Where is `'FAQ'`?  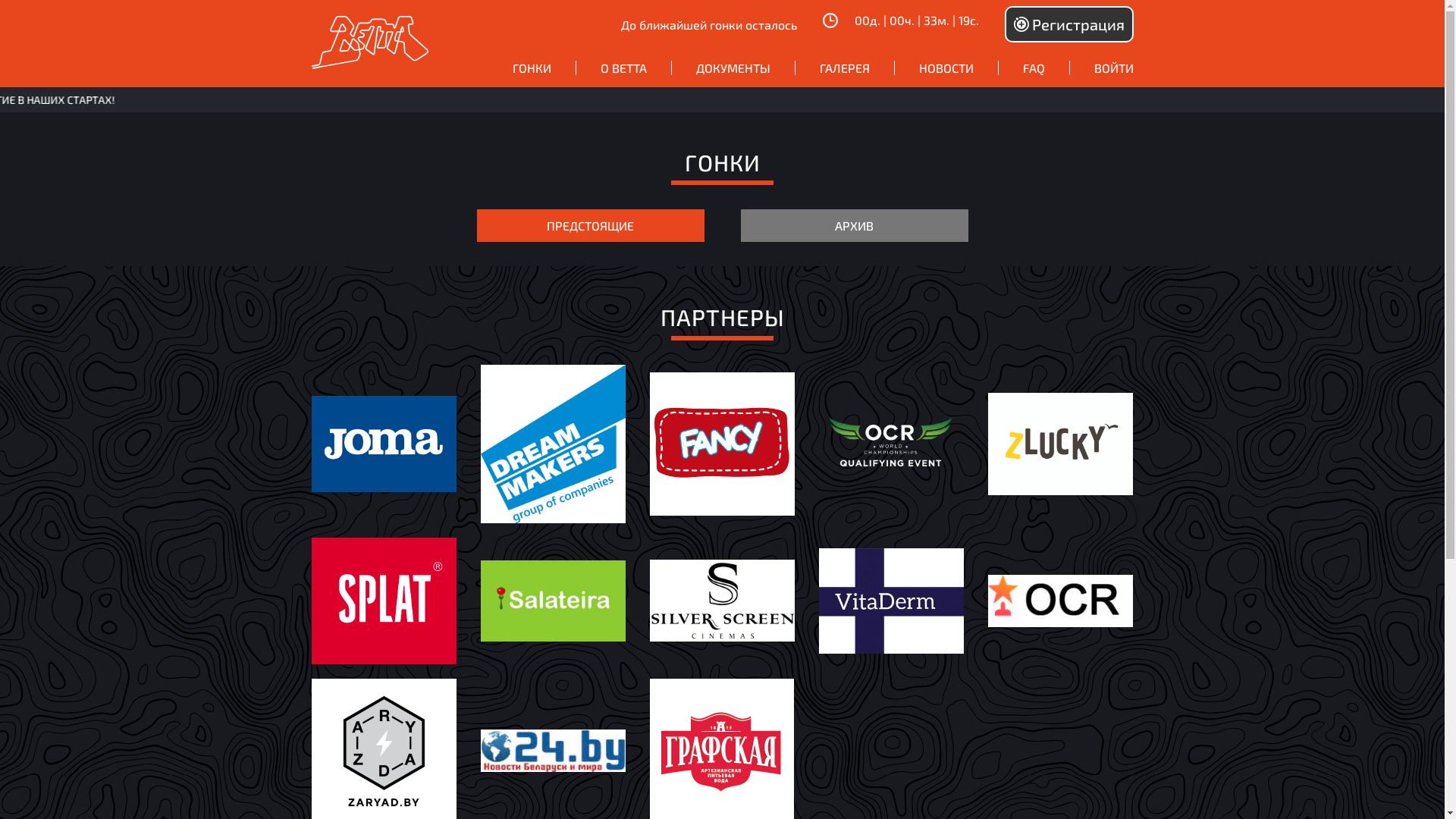
'FAQ' is located at coordinates (1032, 67).